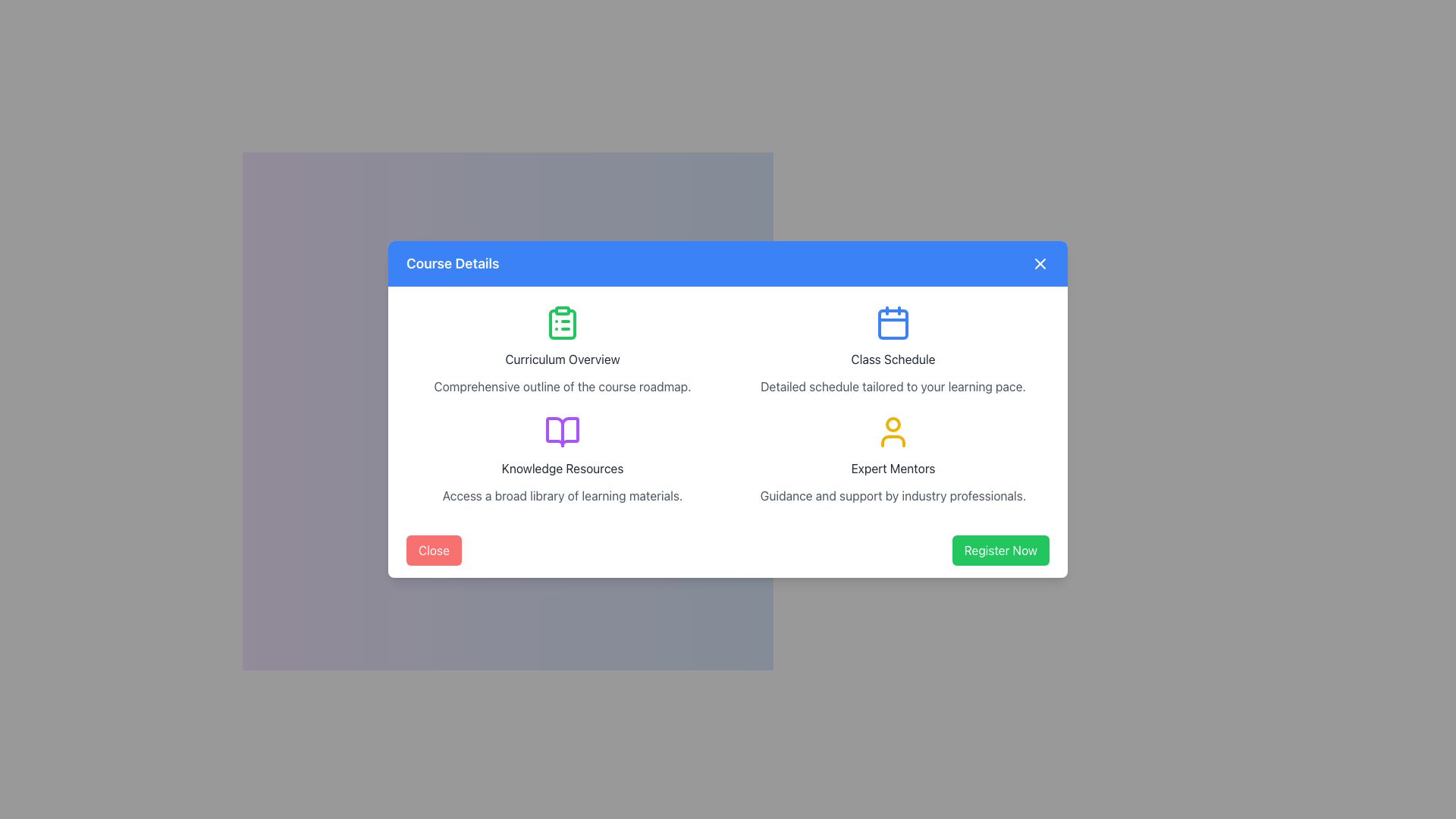 Image resolution: width=1456 pixels, height=819 pixels. Describe the element at coordinates (562, 322) in the screenshot. I see `the clipboard icon with checklist marks, styled in vivid green color, located above the 'Curriculum Overview' heading` at that location.